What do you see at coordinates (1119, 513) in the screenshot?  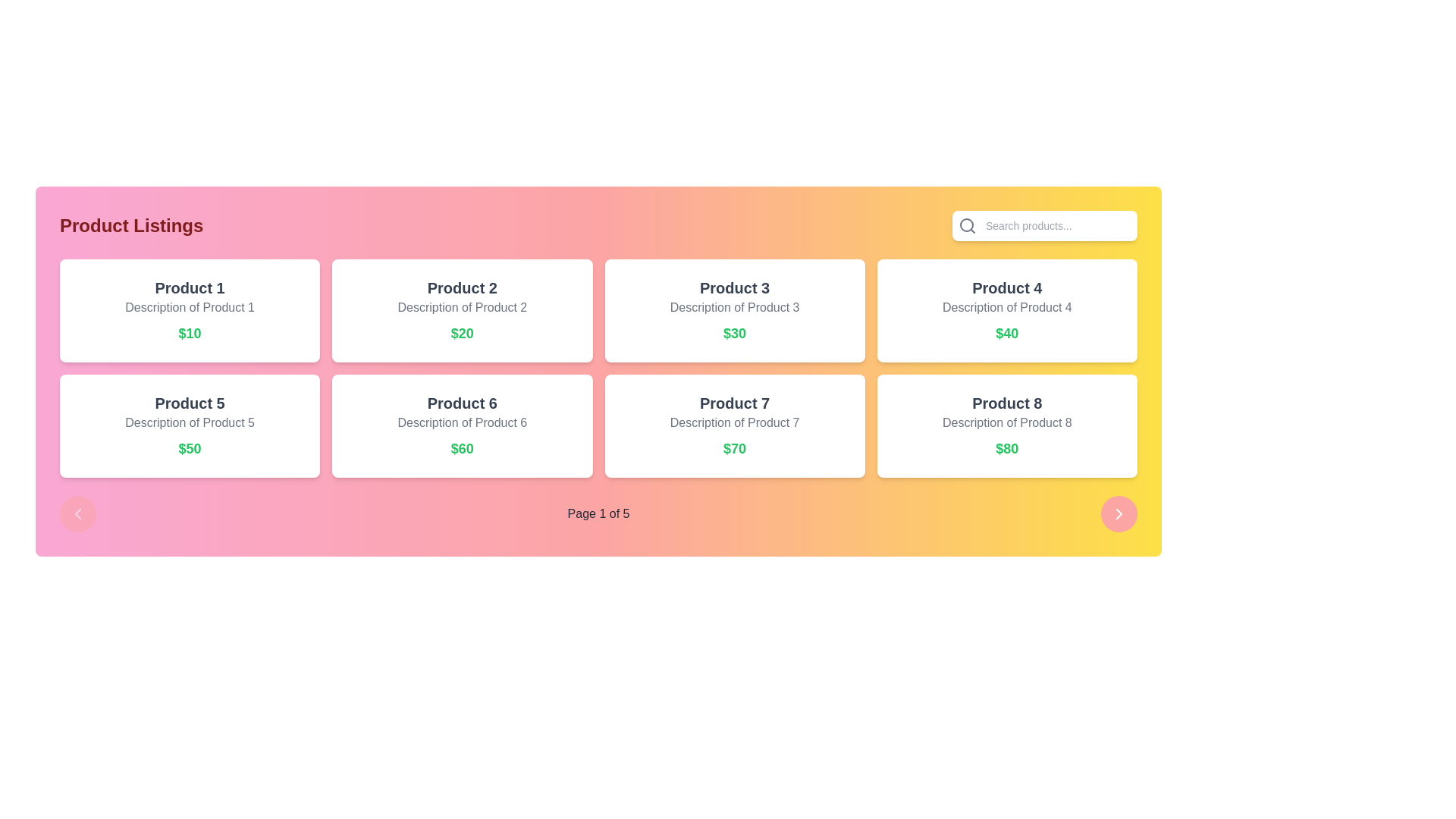 I see `the circular button with a red background and a white rightward arrow` at bounding box center [1119, 513].